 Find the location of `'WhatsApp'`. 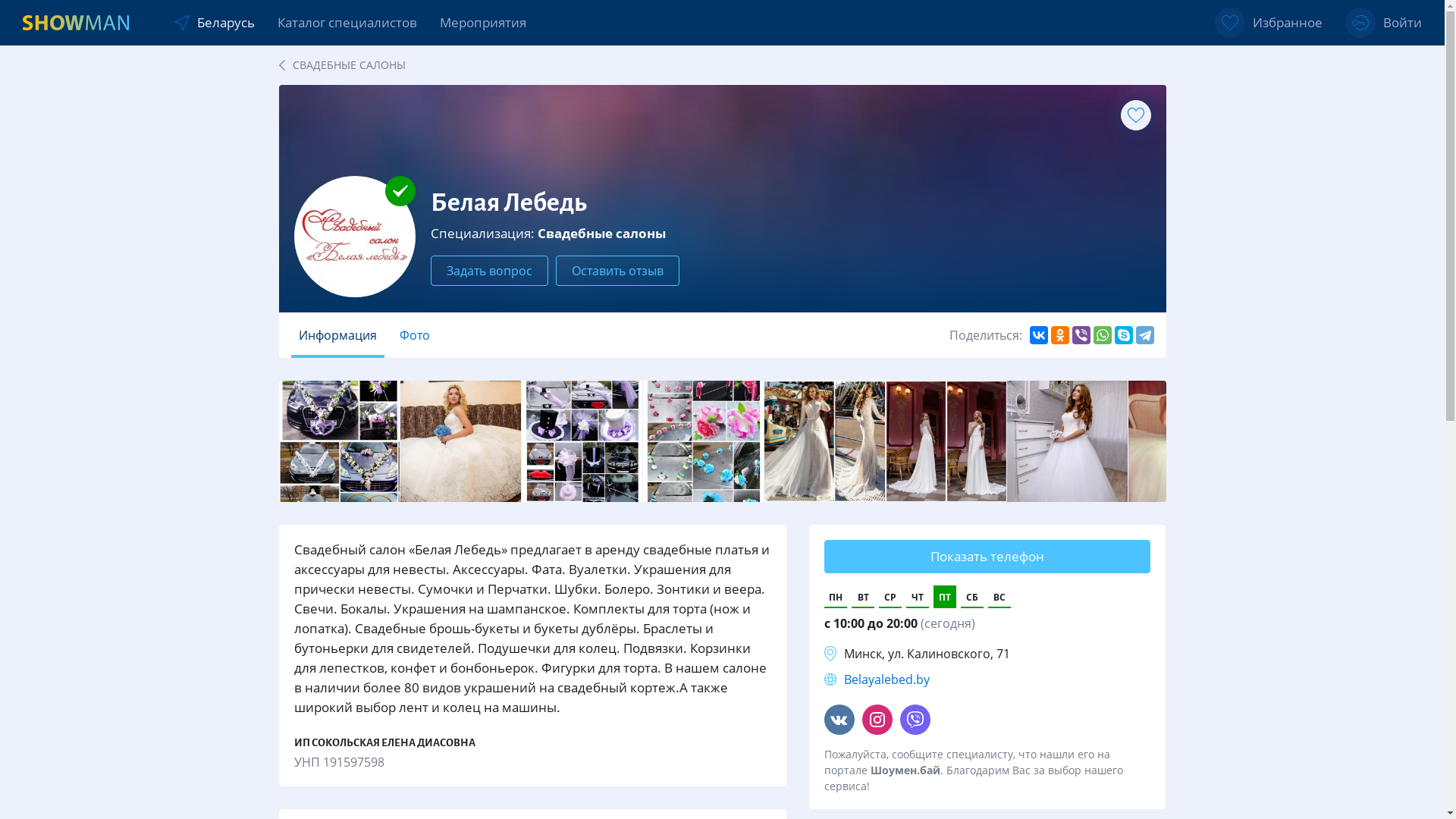

'WhatsApp' is located at coordinates (1103, 334).